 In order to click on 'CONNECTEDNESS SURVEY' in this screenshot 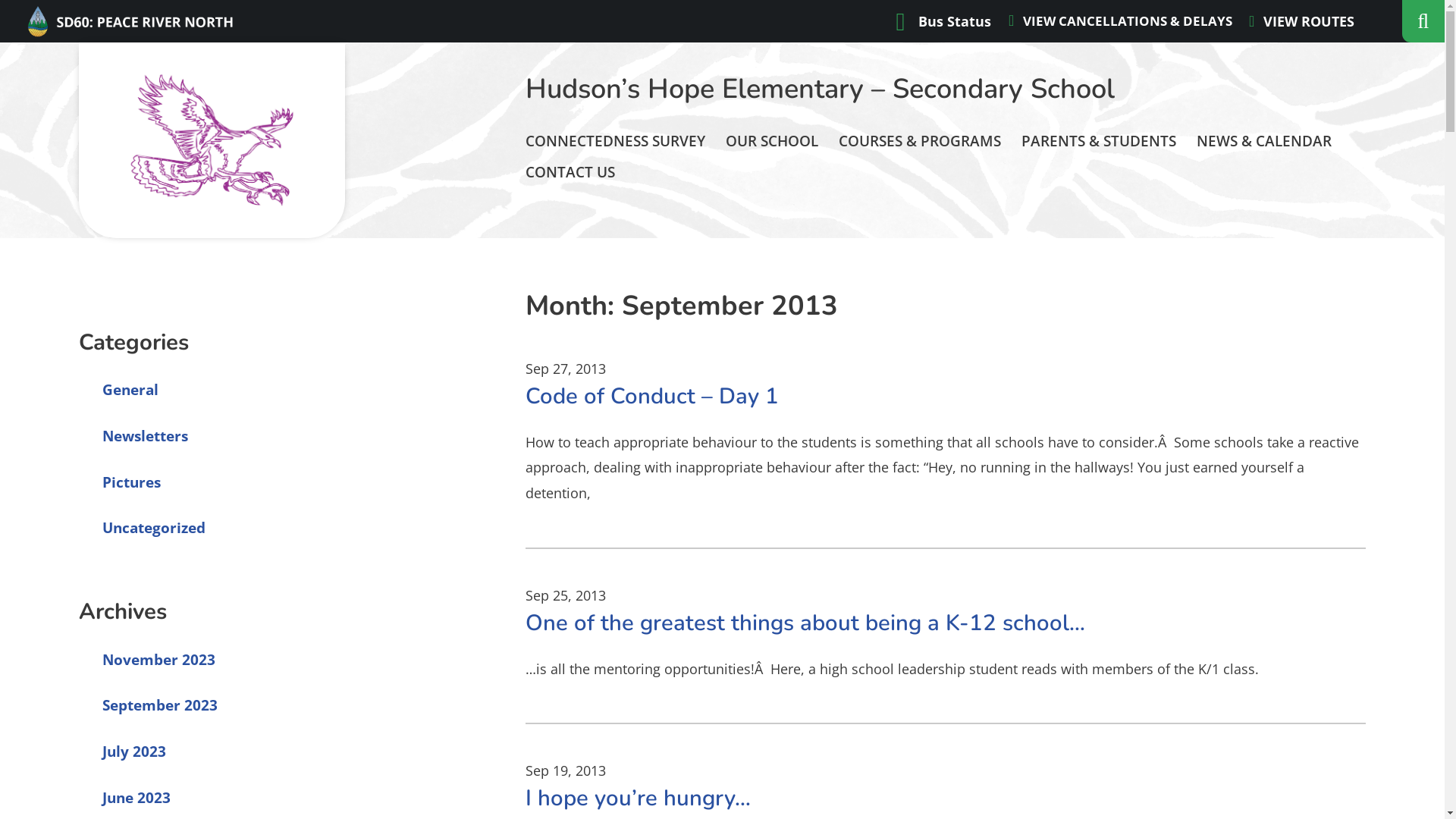, I will do `click(615, 141)`.